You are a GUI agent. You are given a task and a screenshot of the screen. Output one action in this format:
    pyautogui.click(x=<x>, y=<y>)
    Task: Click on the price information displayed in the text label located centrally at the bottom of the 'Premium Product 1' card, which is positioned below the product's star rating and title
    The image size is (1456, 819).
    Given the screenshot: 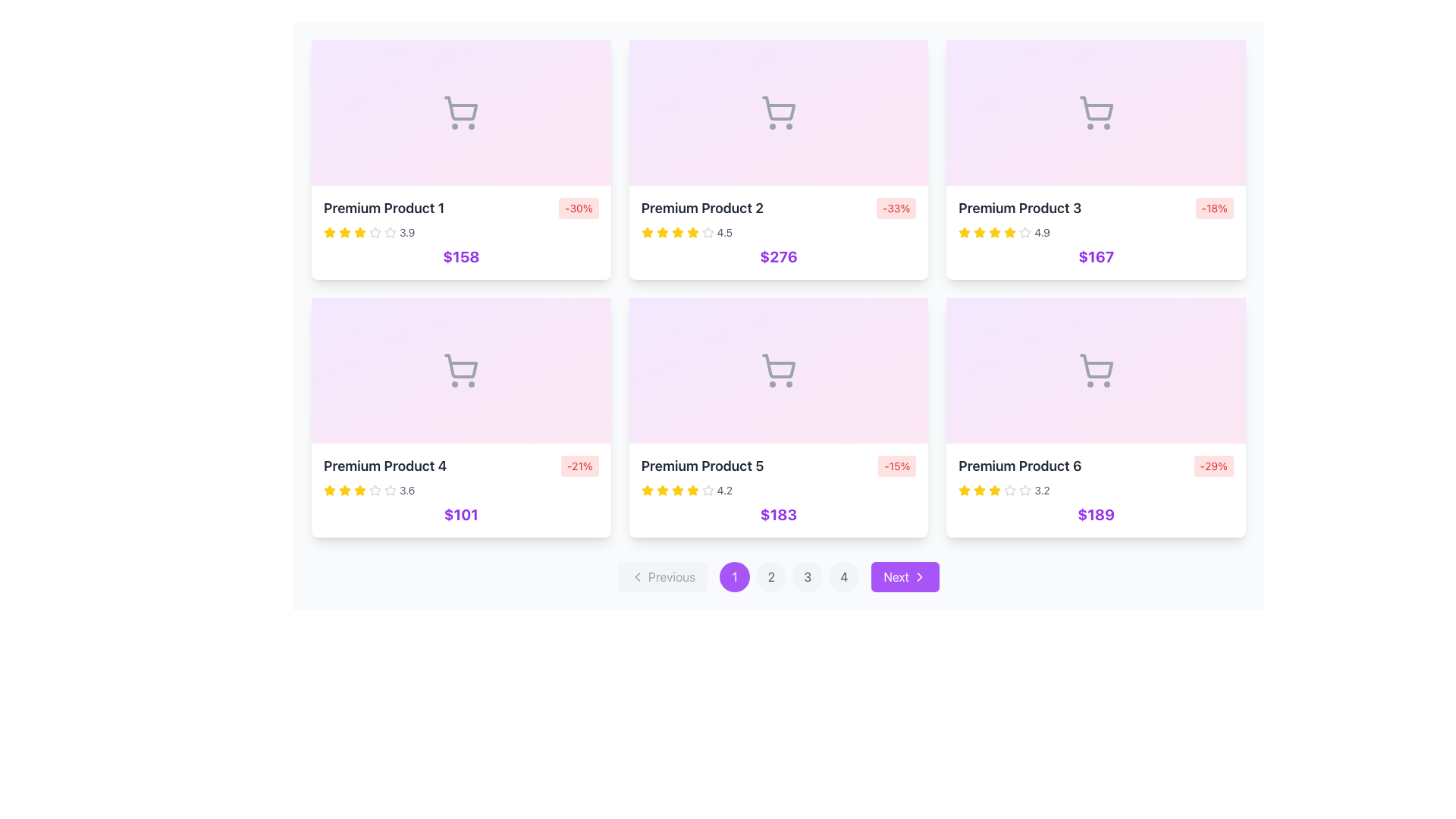 What is the action you would take?
    pyautogui.click(x=460, y=256)
    